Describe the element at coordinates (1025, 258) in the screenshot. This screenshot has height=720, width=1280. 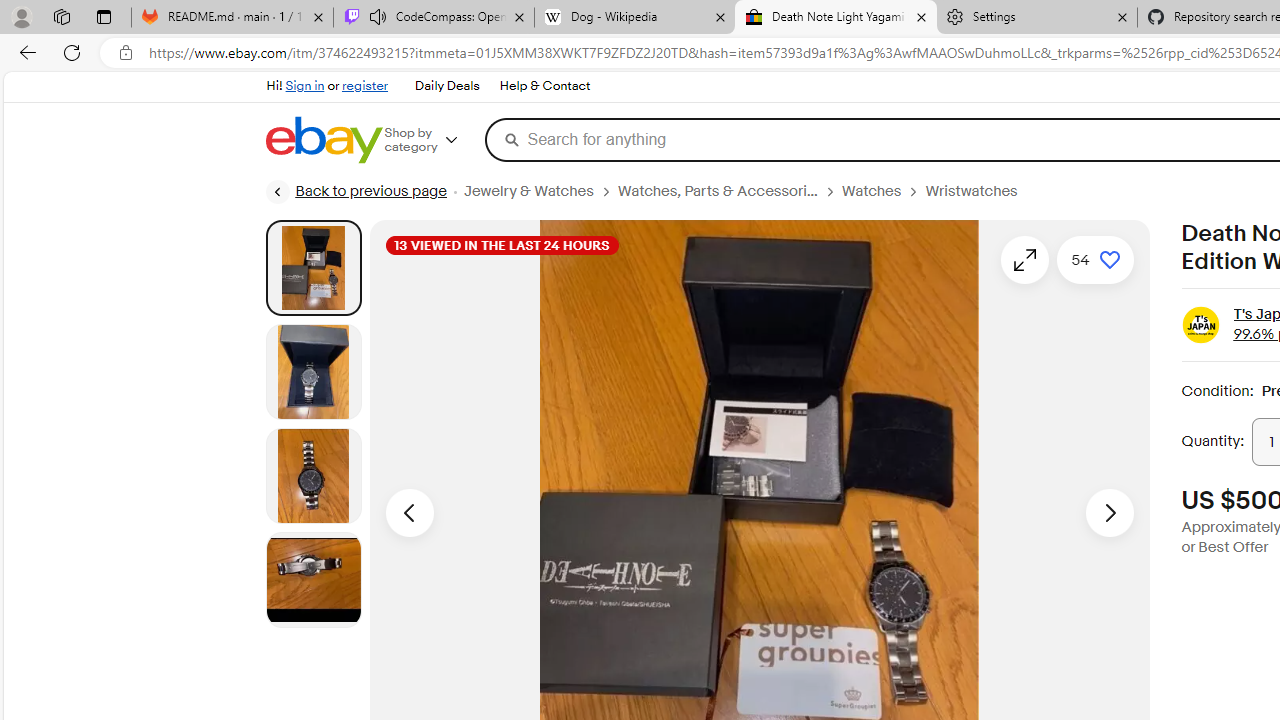
I see `'Class: icon-btn'` at that location.